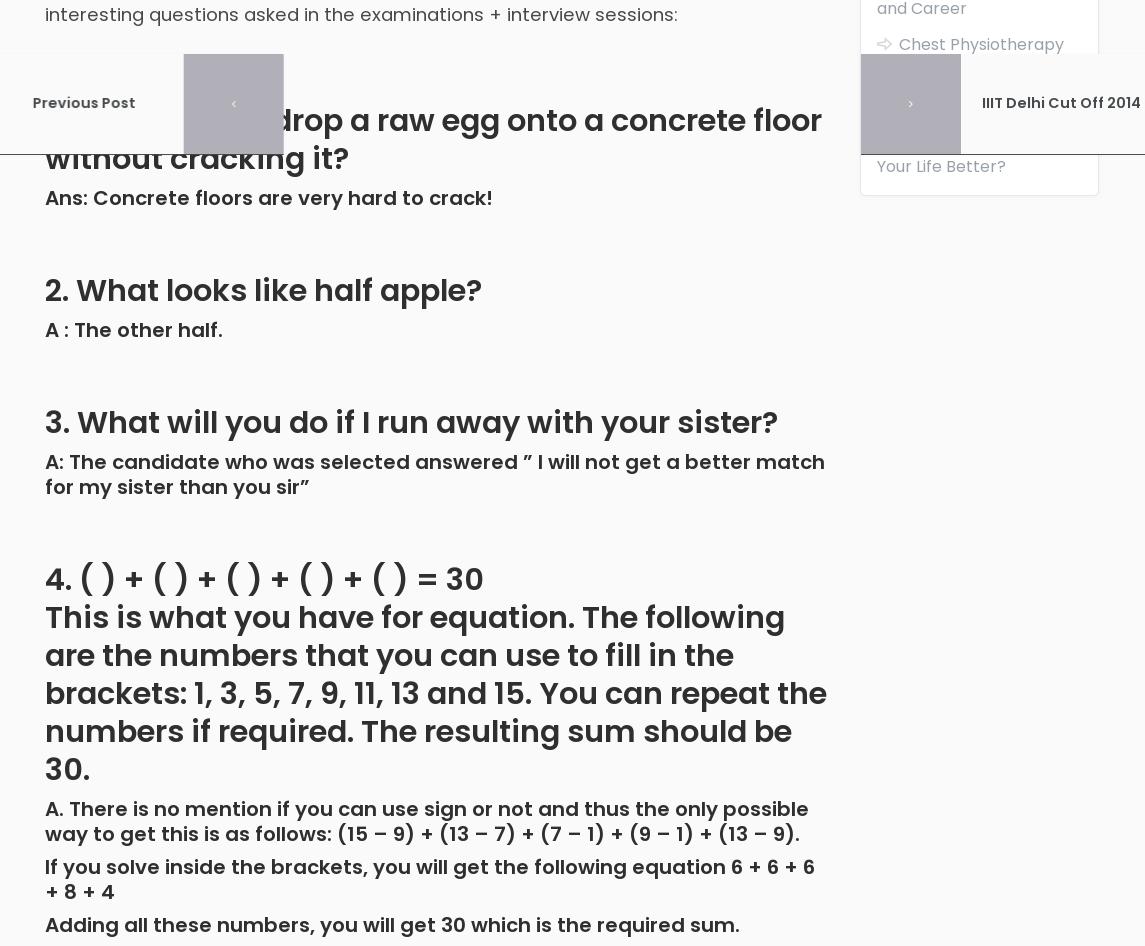 This screenshot has height=946, width=1145. Describe the element at coordinates (133, 329) in the screenshot. I see `'A : The other half.'` at that location.